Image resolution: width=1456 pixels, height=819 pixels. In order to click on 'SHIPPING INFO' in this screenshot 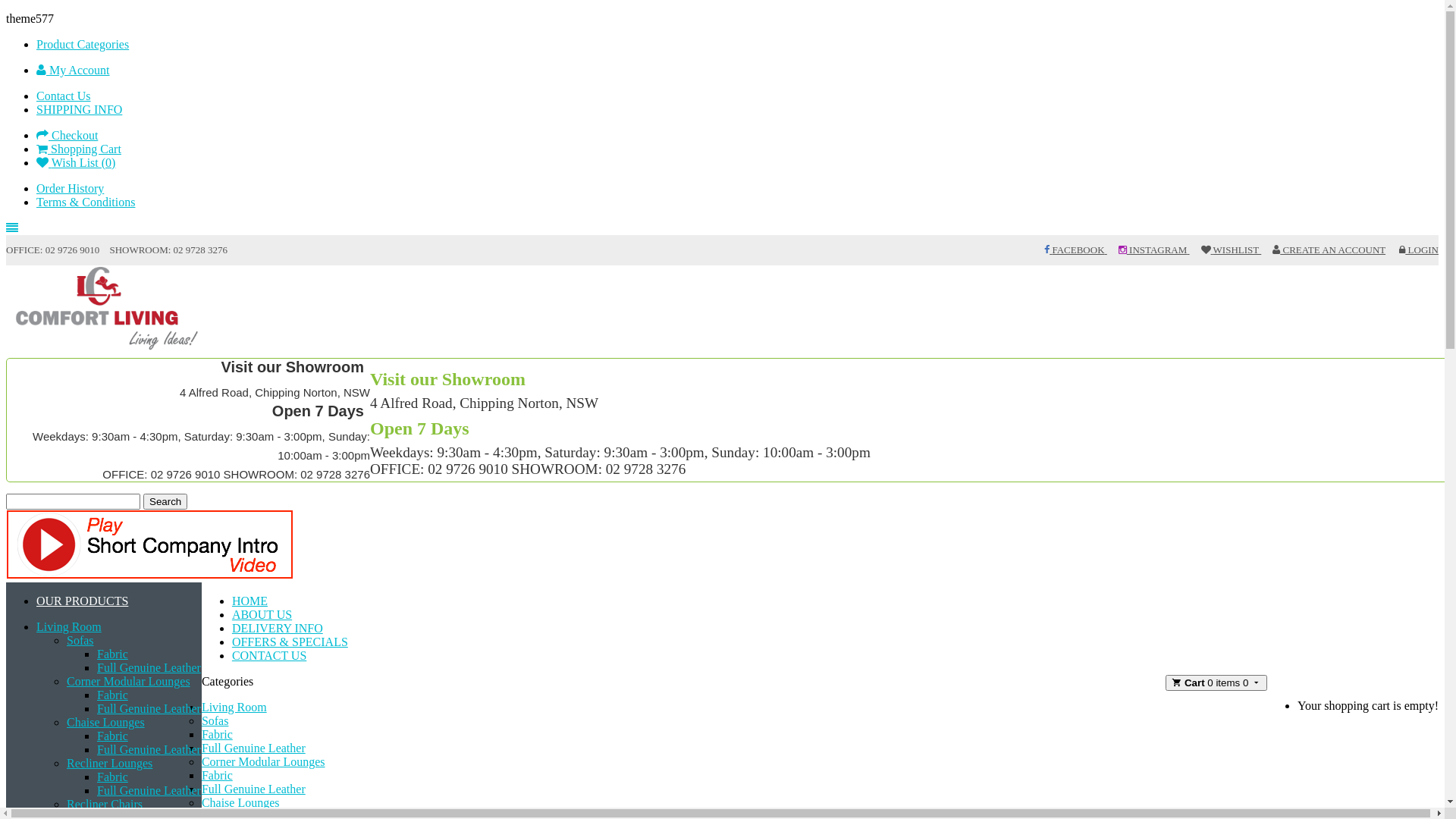, I will do `click(78, 108)`.